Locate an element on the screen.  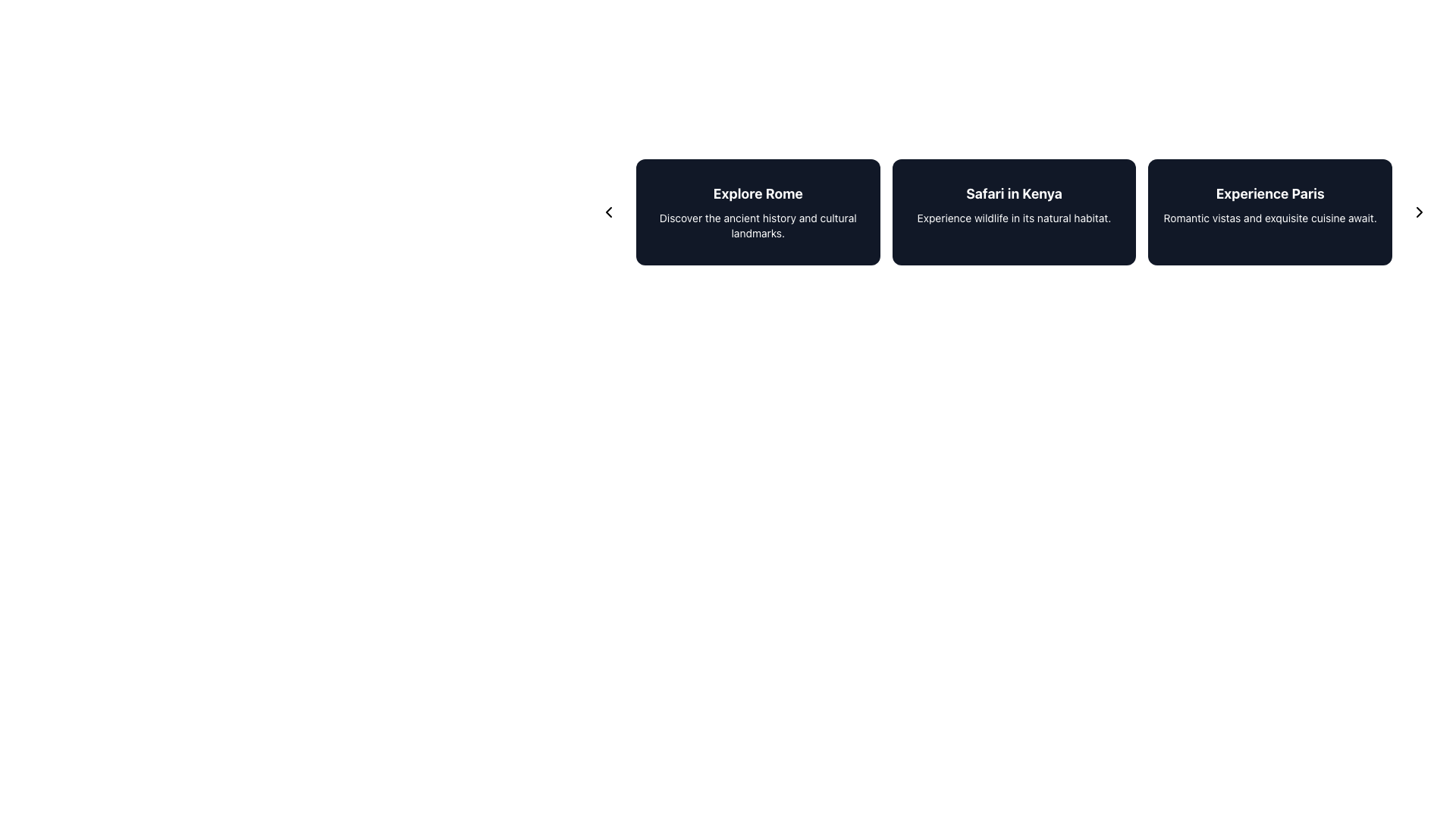
the informational card titled 'Safari in Kenya' with a dark gray background and white-centered text, positioned between 'Explore Rome' and 'Experience Paris' is located at coordinates (1014, 212).